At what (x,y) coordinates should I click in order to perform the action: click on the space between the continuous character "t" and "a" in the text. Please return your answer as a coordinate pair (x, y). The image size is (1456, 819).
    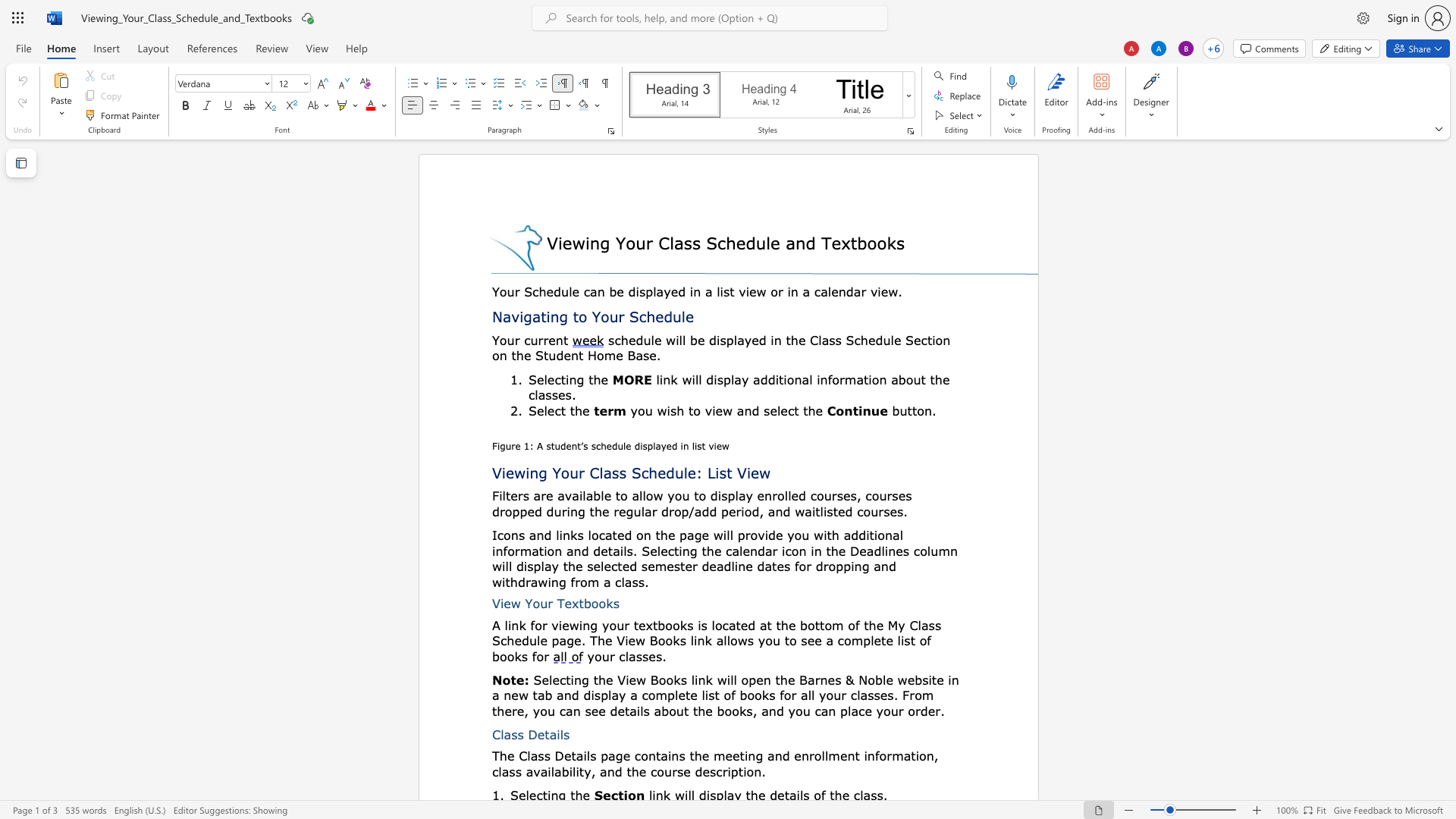
    Looking at the image, I should click on (549, 733).